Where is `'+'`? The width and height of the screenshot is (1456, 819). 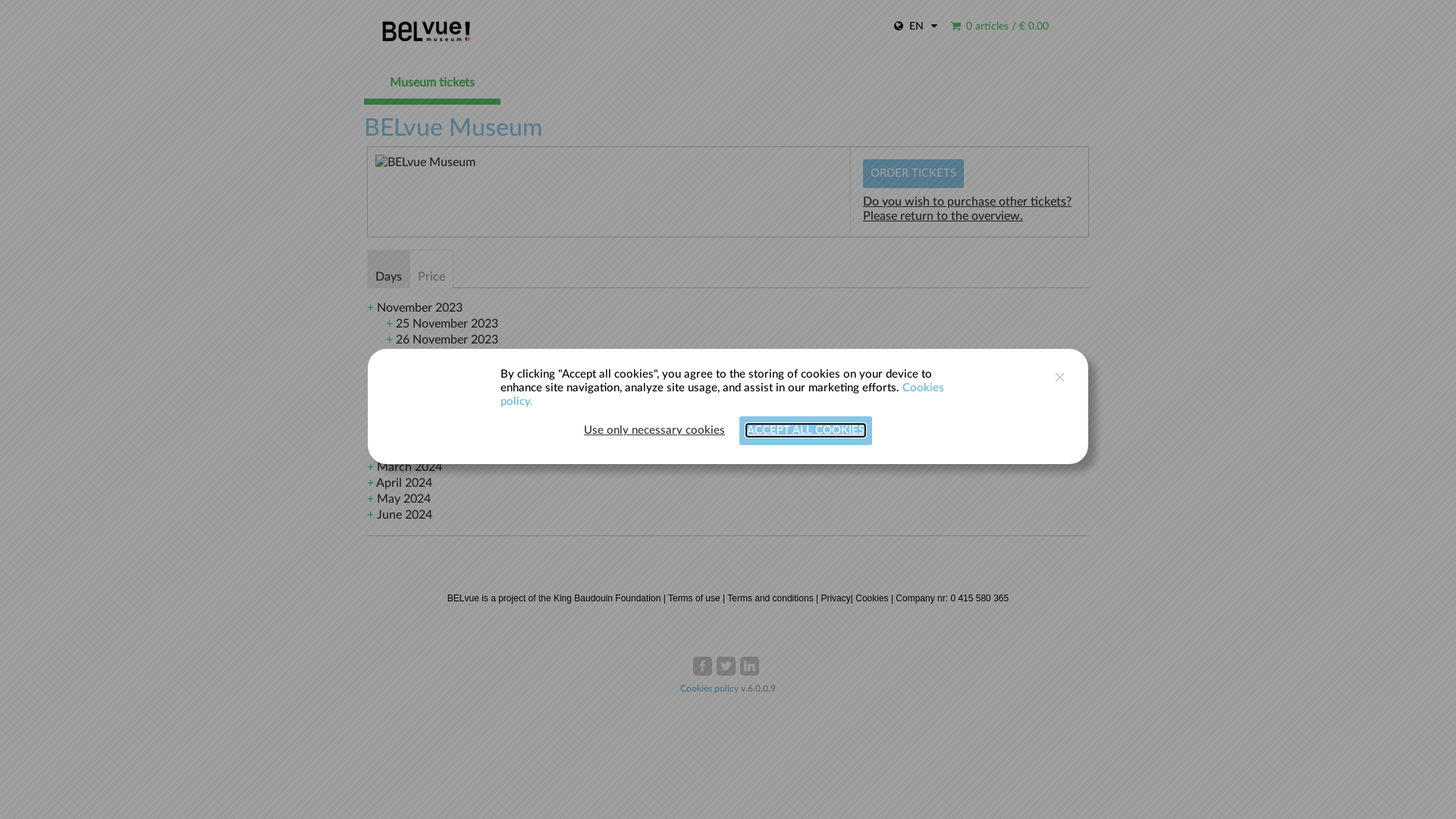
'+' is located at coordinates (370, 513).